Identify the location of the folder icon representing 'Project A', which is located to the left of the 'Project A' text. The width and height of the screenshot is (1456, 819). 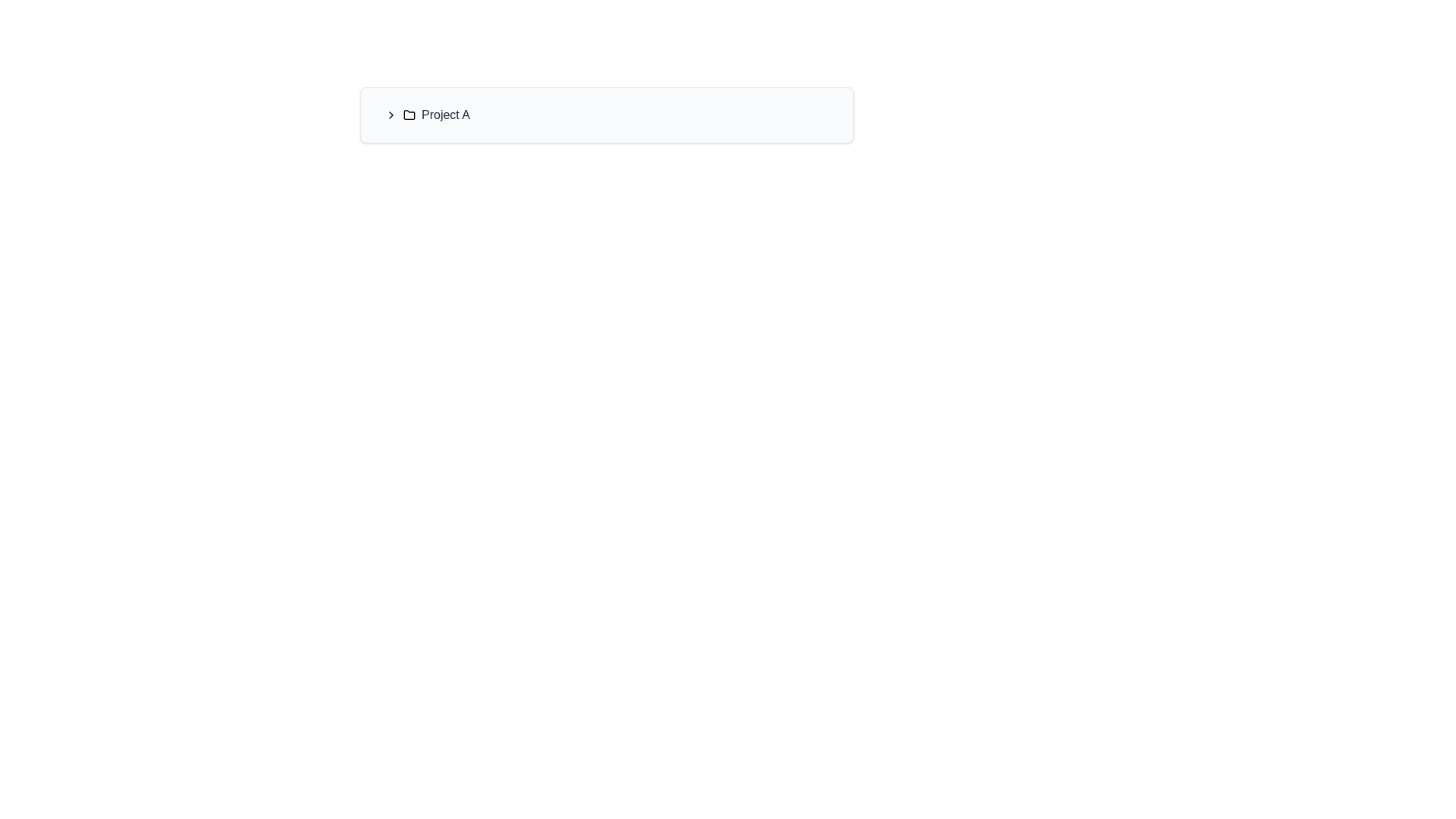
(409, 114).